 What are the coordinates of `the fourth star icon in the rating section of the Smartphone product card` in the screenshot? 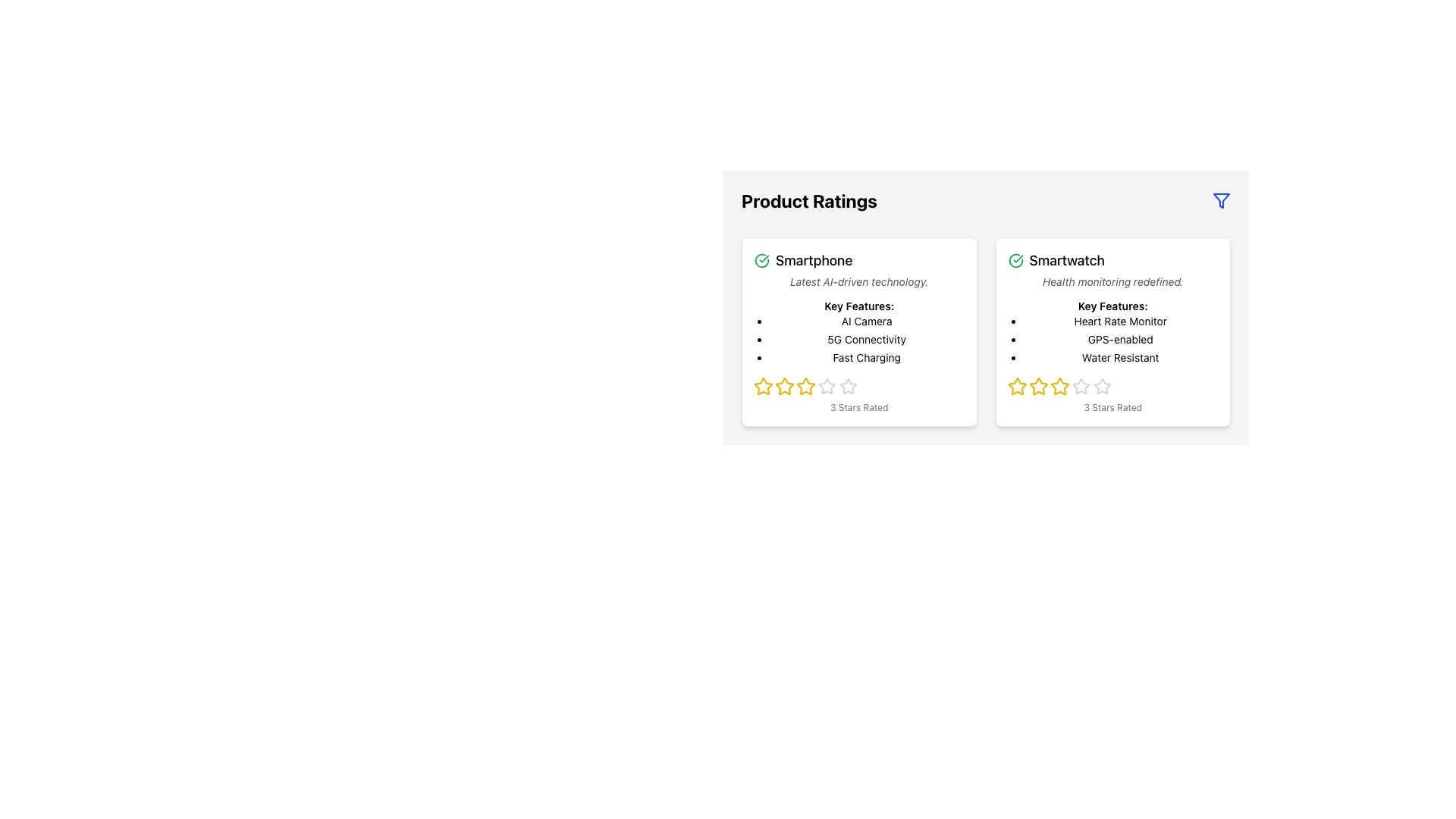 It's located at (826, 385).